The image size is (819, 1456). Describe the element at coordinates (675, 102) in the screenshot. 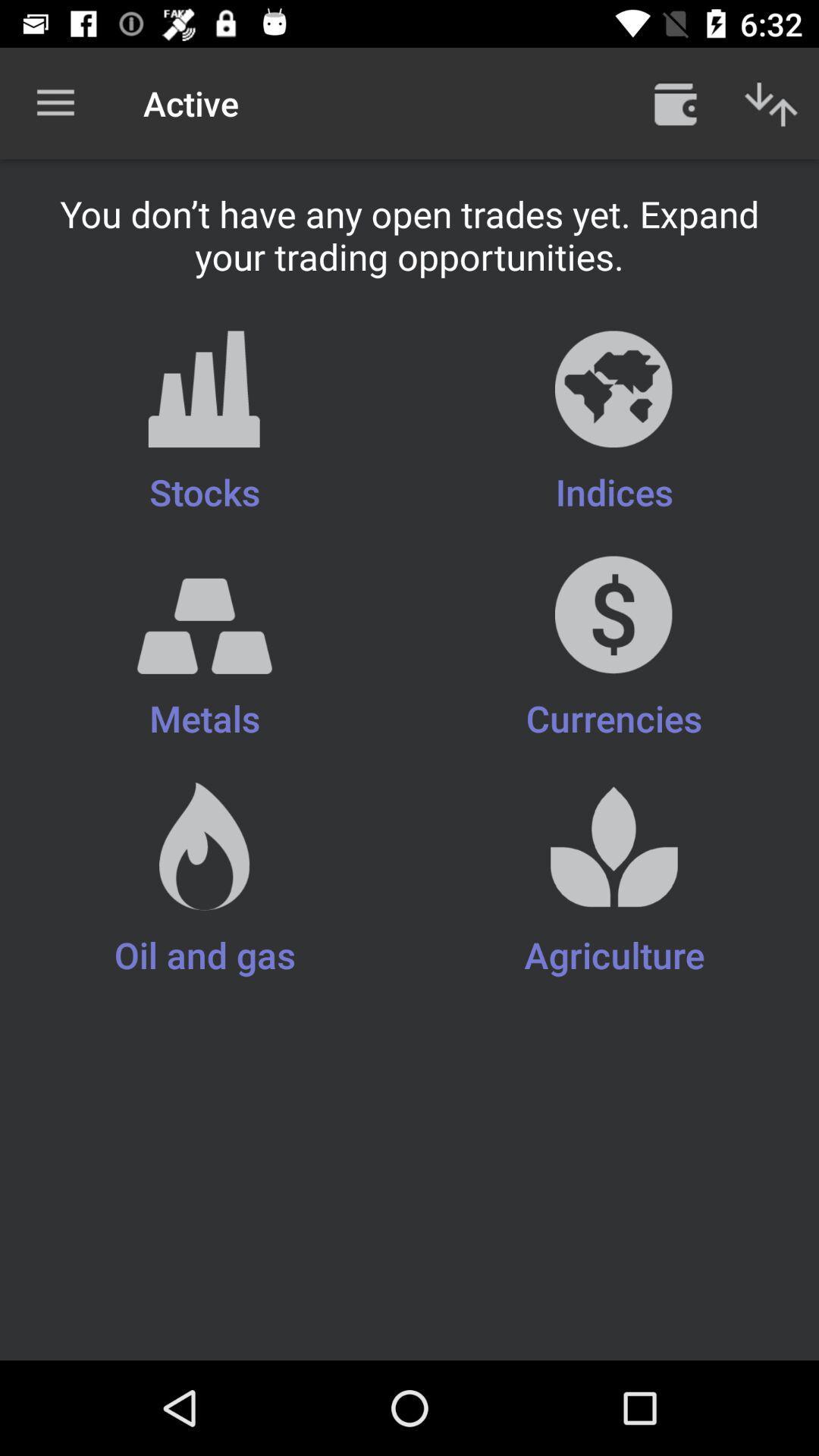

I see `the item next to the active icon` at that location.